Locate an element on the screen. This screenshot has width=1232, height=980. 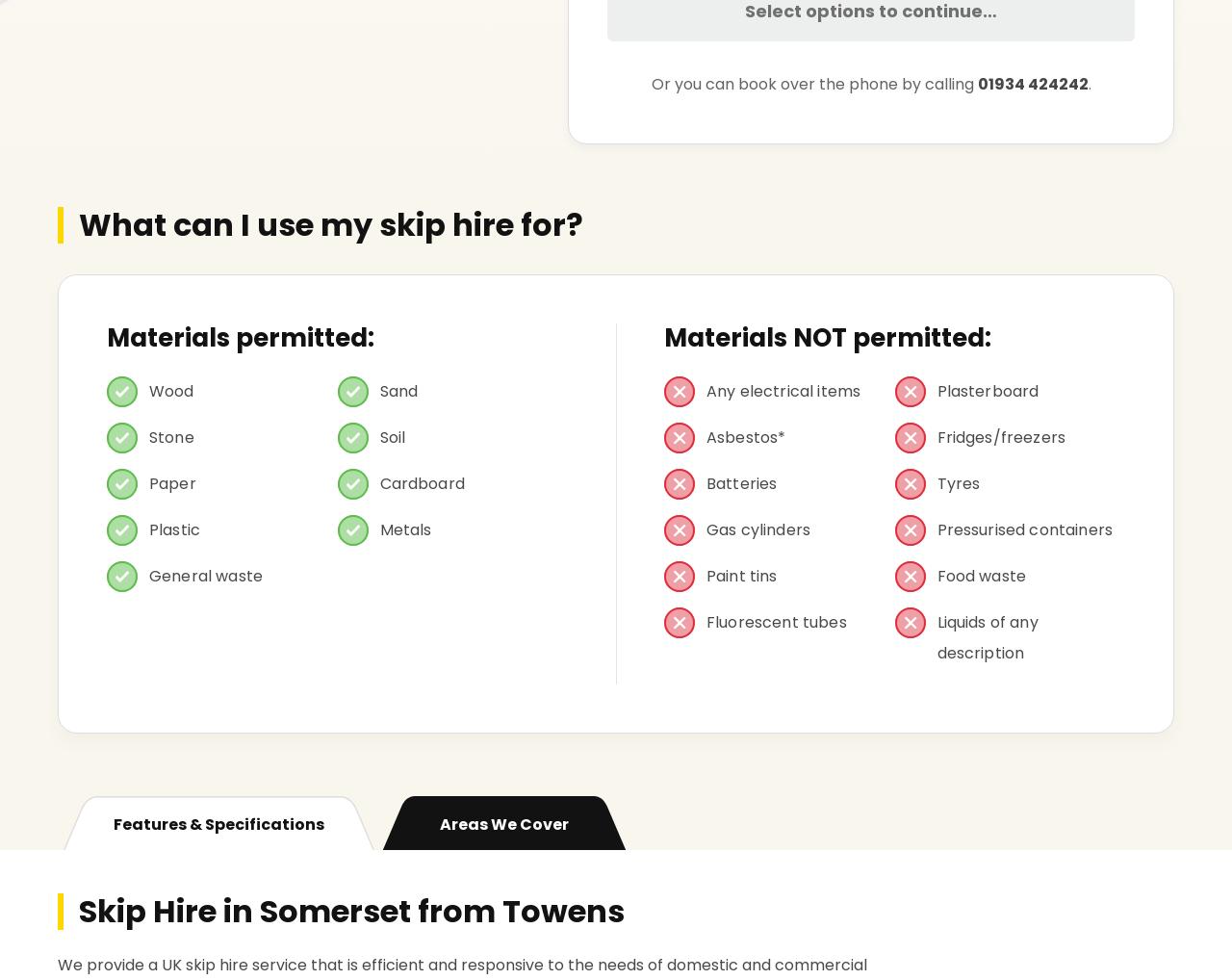
'Or you can book over the phone by calling' is located at coordinates (650, 83).